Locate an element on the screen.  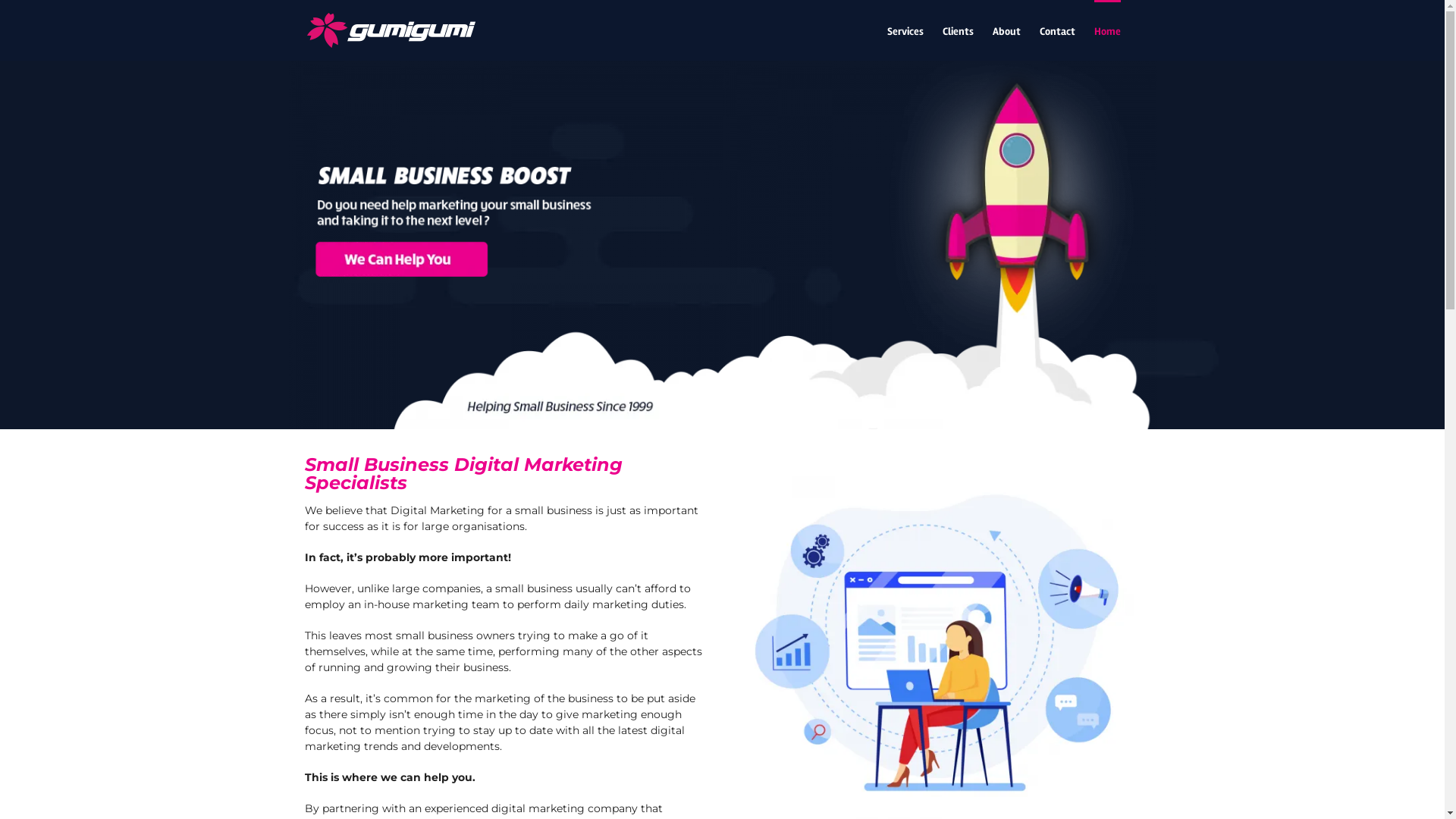
'Clients' is located at coordinates (956, 30).